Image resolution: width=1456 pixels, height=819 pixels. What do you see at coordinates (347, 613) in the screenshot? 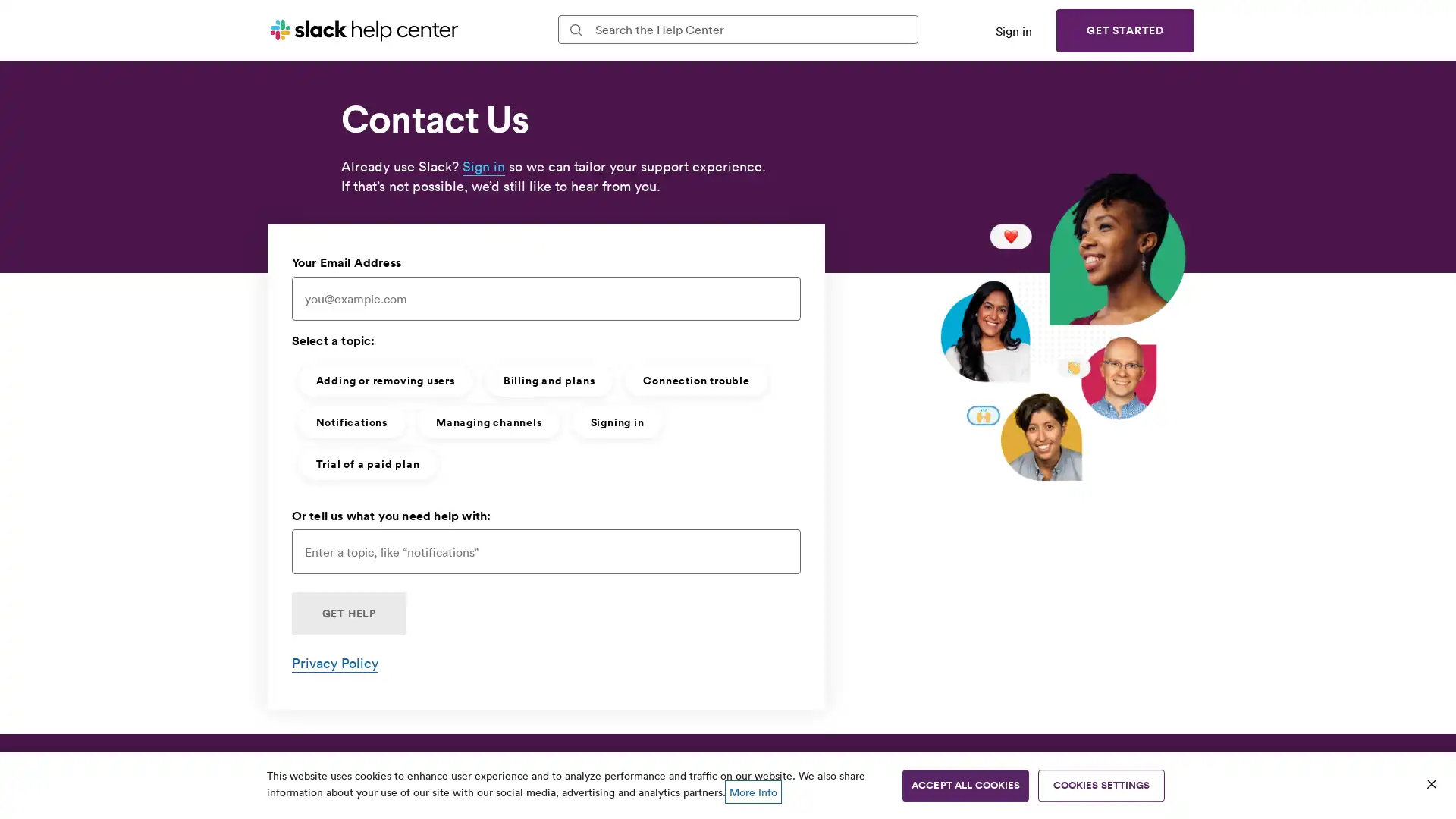
I see `GET HELP` at bounding box center [347, 613].